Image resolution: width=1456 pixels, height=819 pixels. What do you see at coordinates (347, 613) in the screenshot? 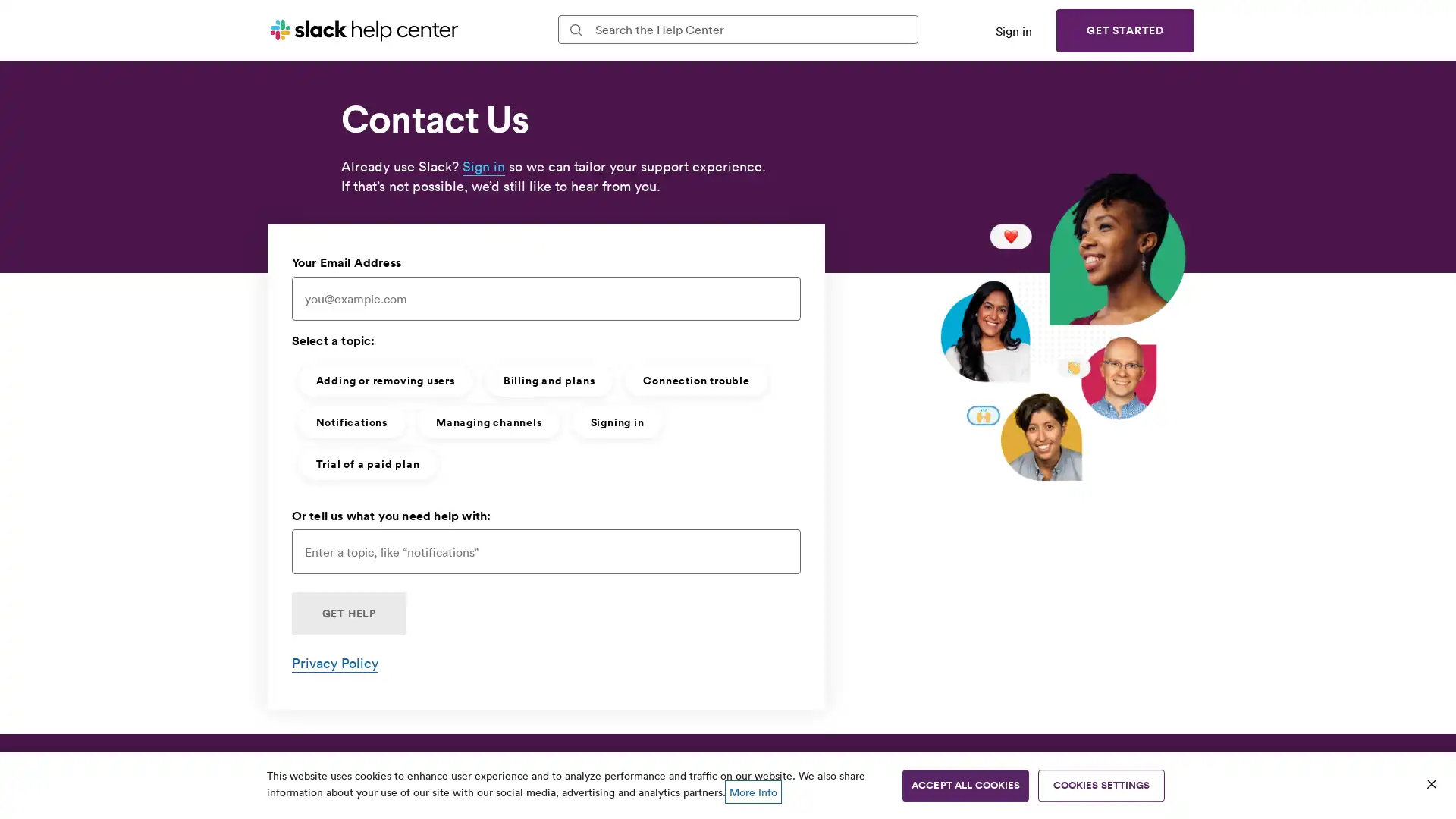
I see `GET HELP` at bounding box center [347, 613].